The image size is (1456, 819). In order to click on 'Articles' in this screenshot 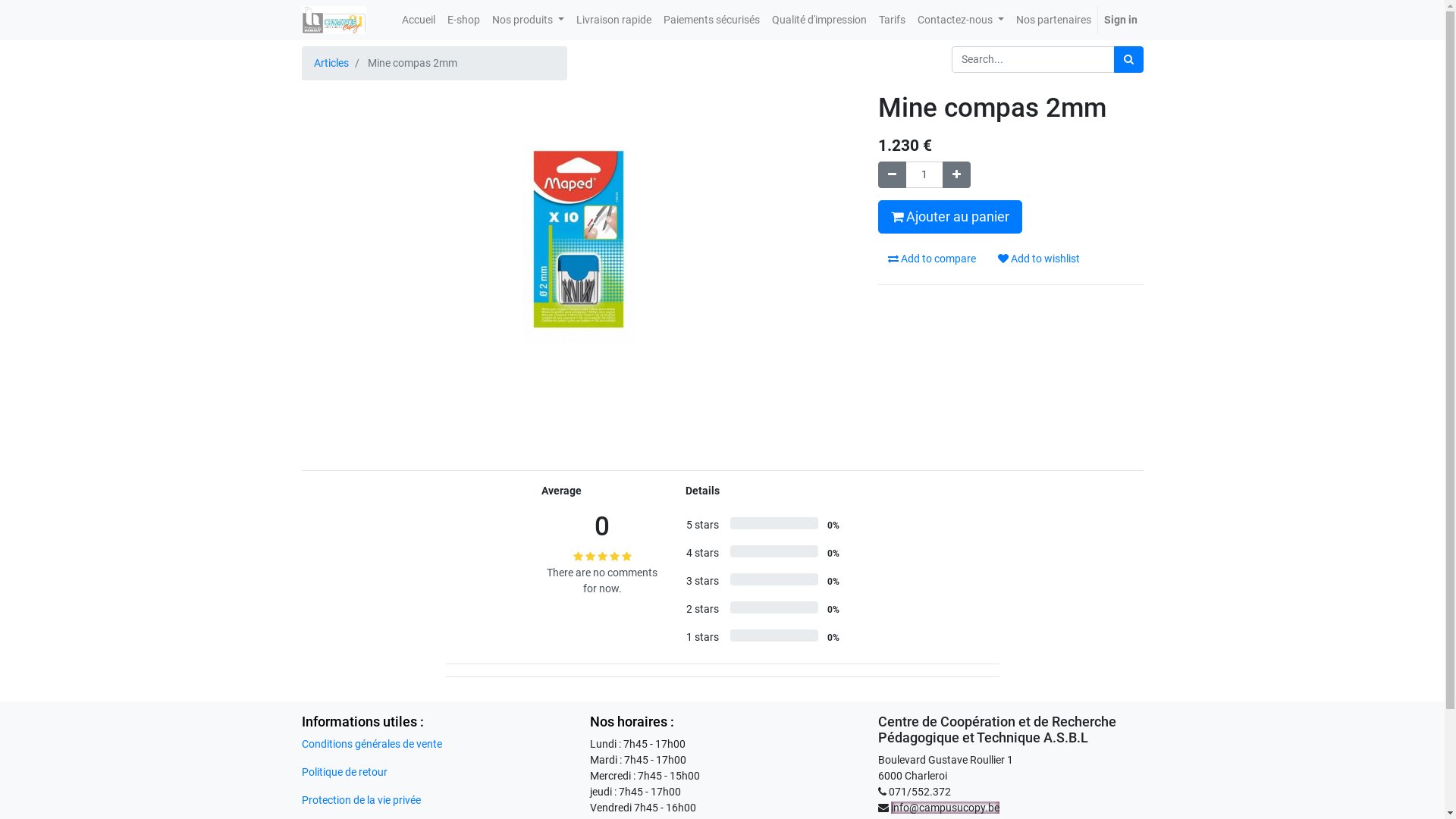, I will do `click(330, 62)`.